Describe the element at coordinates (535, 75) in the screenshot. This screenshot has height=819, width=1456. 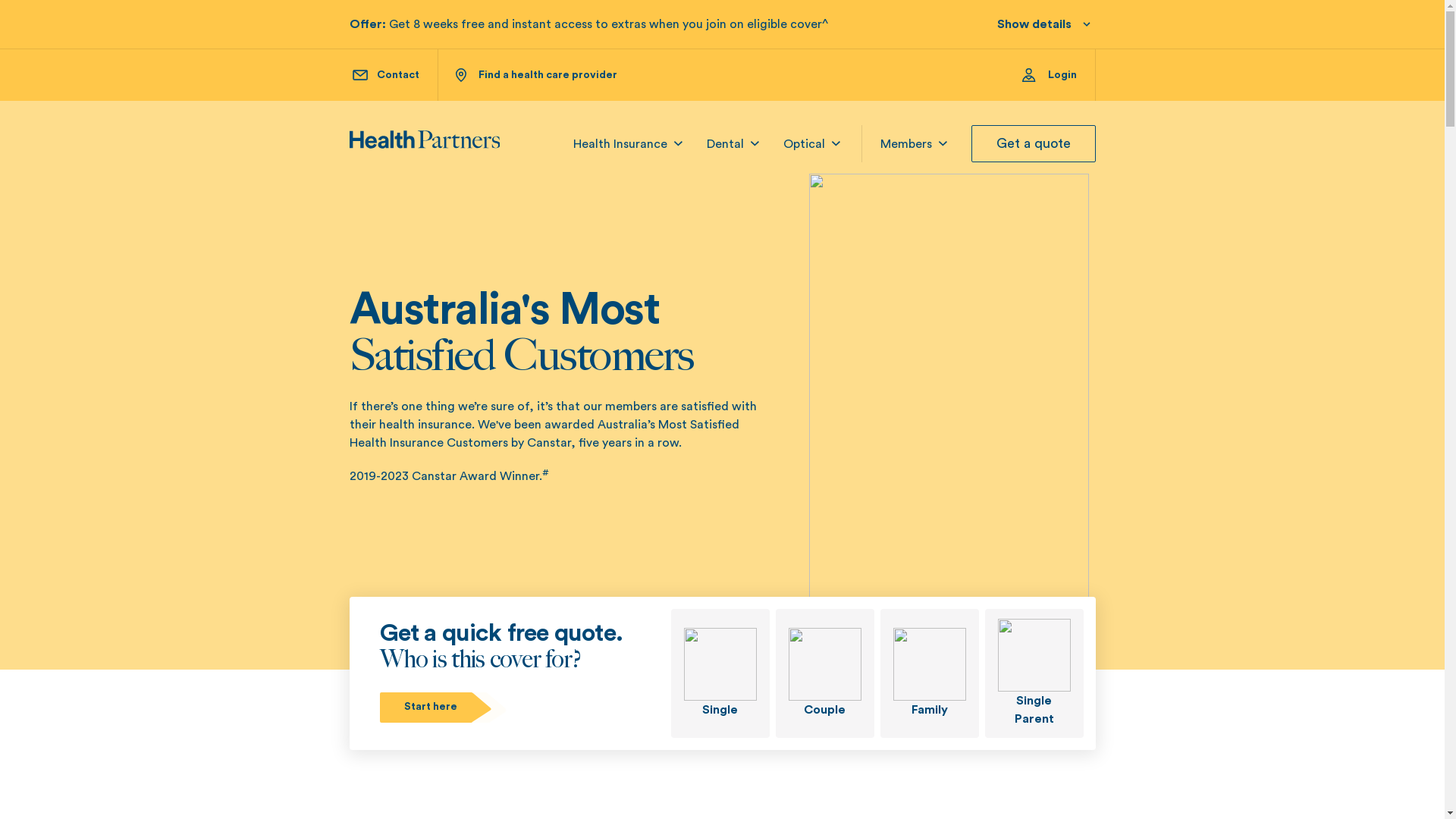
I see `'Find a health care provider'` at that location.